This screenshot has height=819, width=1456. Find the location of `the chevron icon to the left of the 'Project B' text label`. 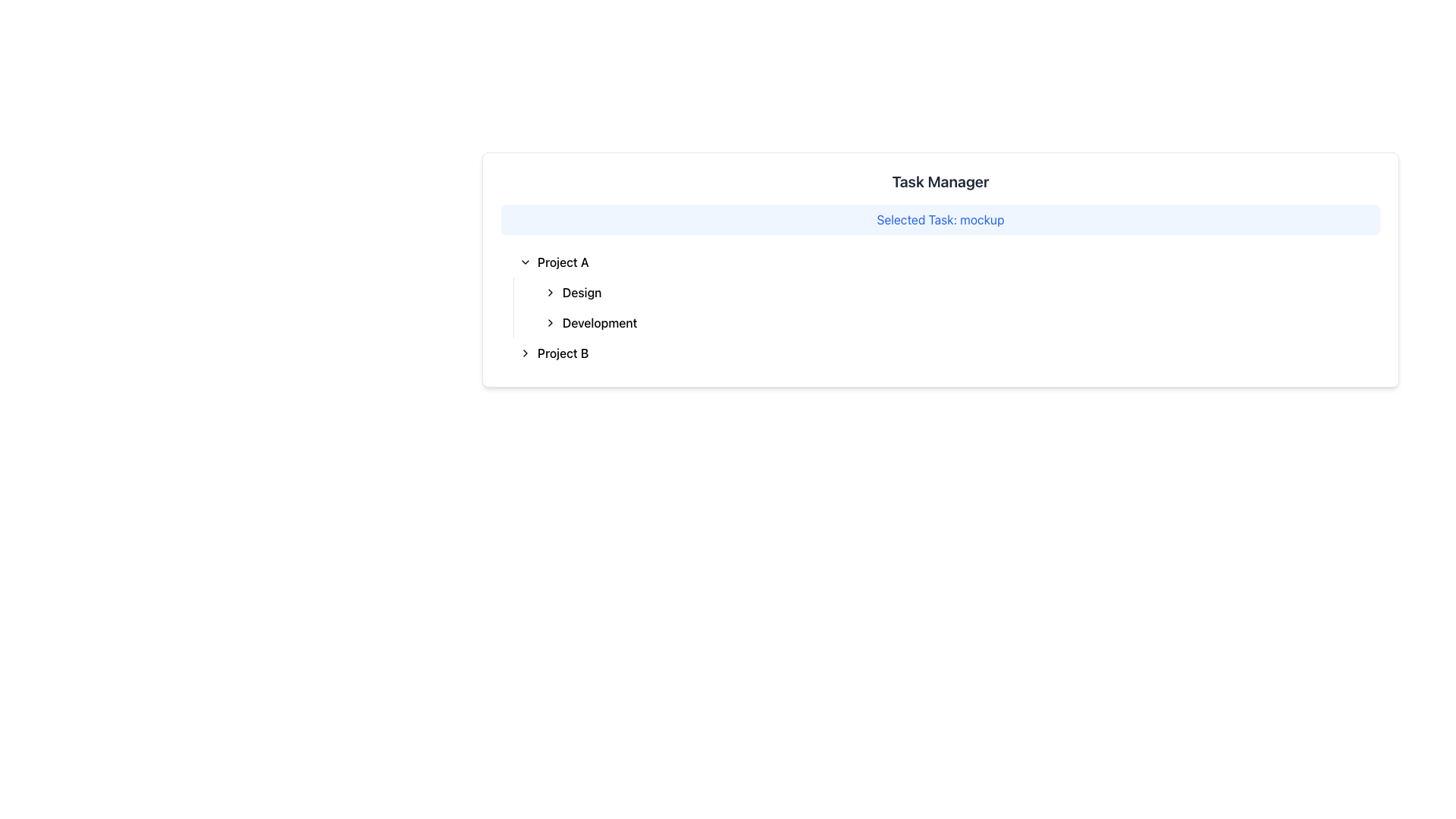

the chevron icon to the left of the 'Project B' text label is located at coordinates (525, 353).